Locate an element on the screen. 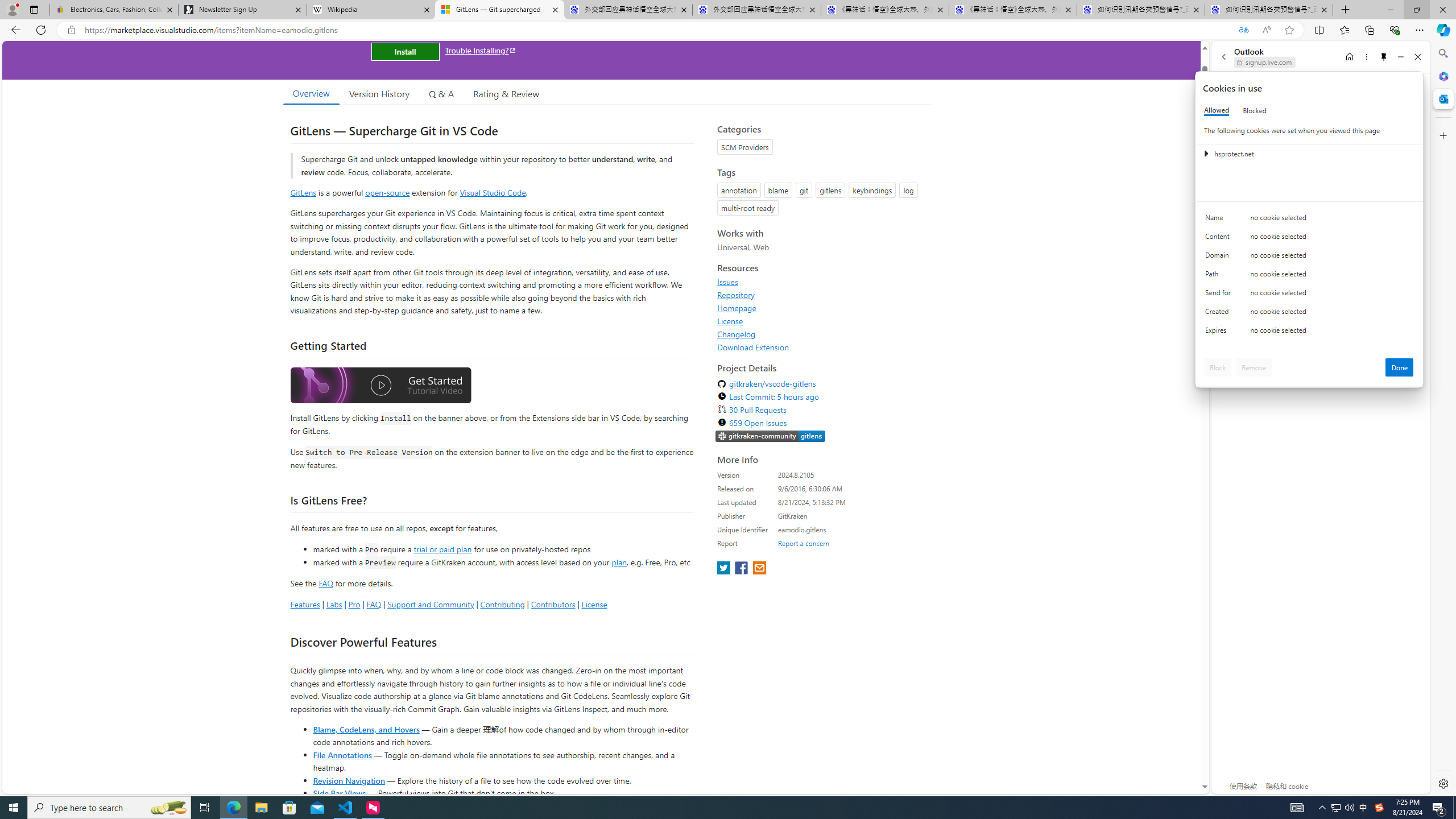 The height and width of the screenshot is (819, 1456). 'https://slack.gitkraken.com//' is located at coordinates (770, 436).